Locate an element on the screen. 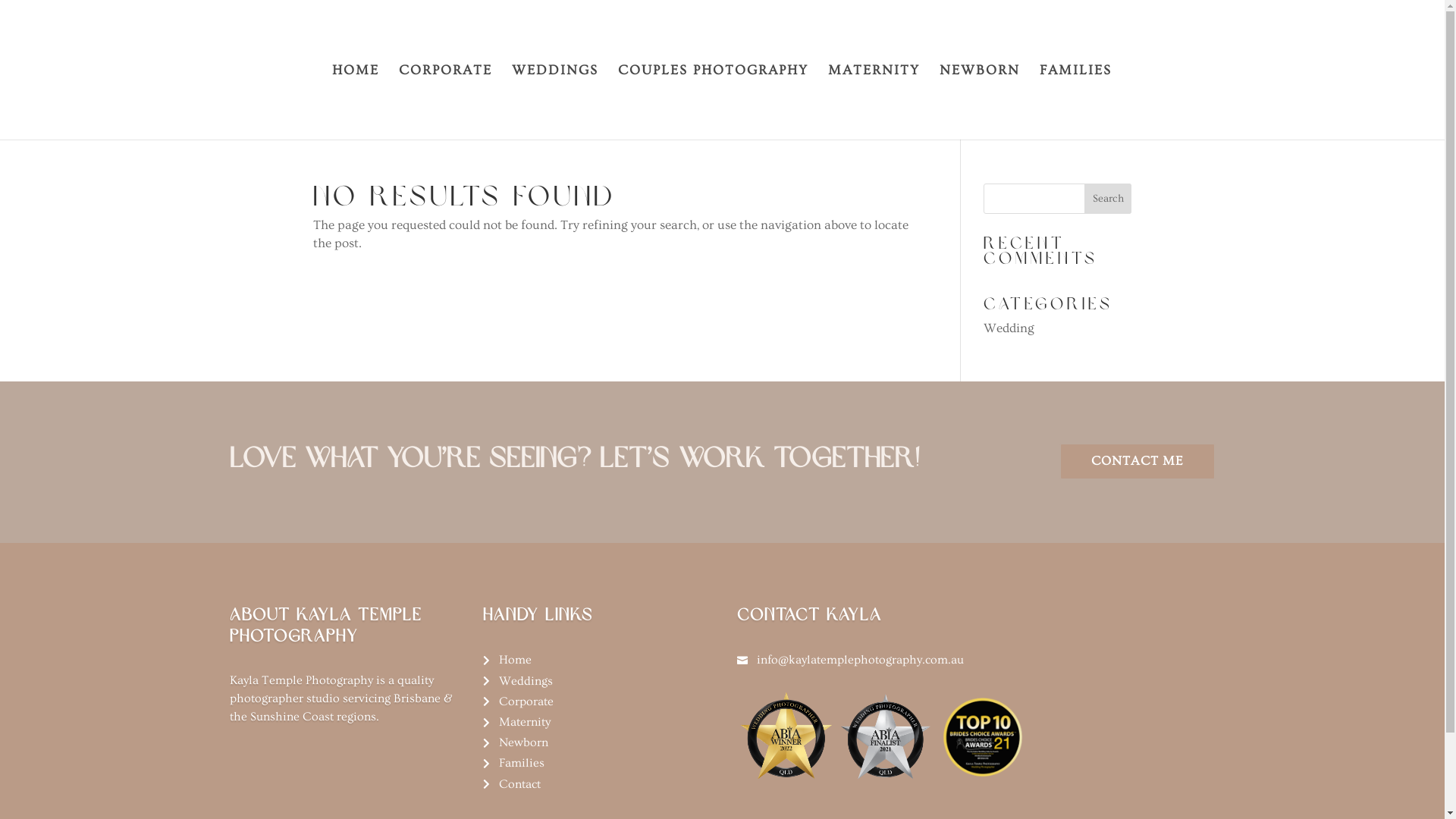  'uploads_logos_2111100434172-300x296' is located at coordinates (934, 736).